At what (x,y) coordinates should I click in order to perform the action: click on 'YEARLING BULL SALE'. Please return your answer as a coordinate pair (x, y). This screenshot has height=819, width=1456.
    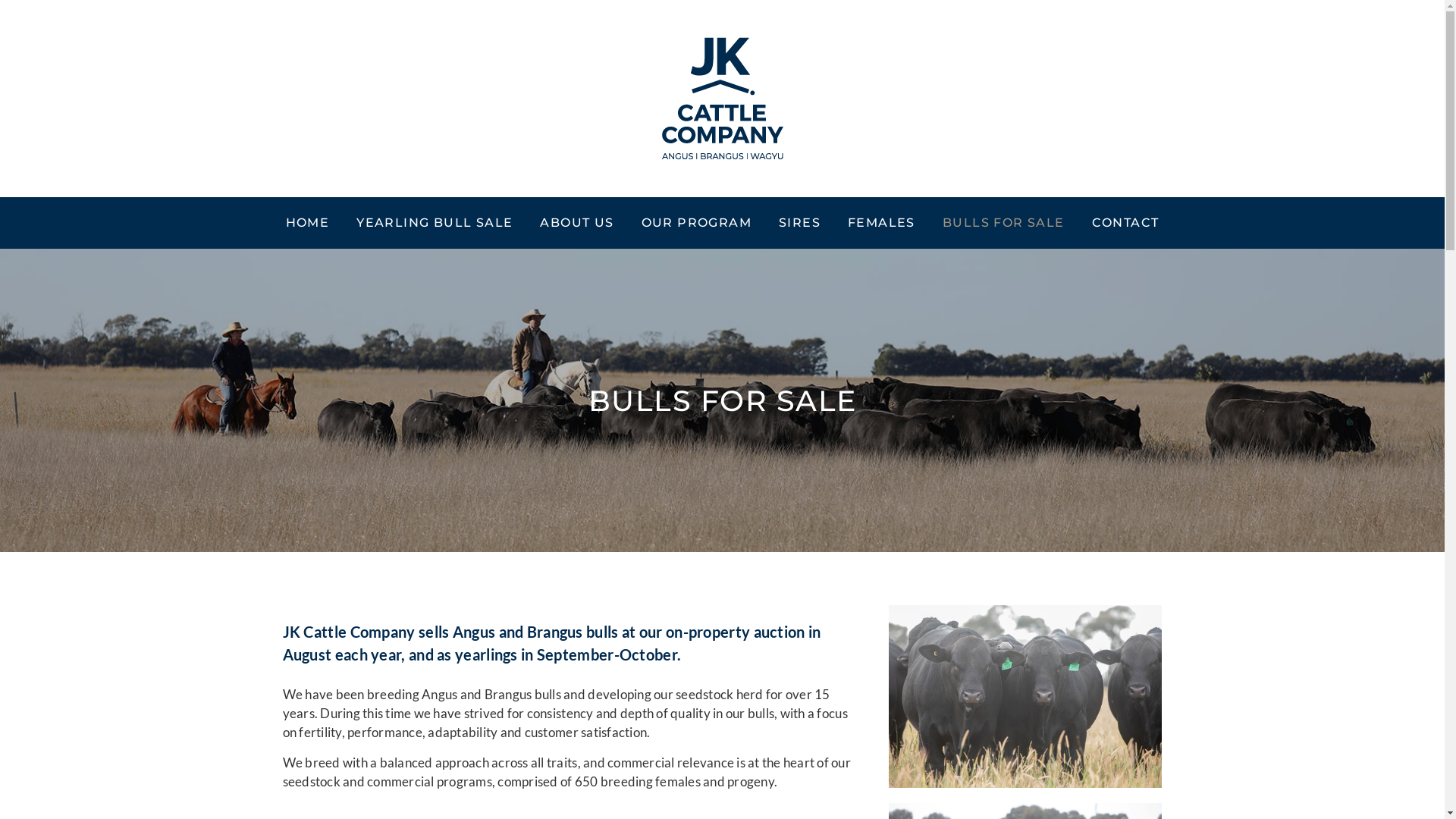
    Looking at the image, I should click on (433, 222).